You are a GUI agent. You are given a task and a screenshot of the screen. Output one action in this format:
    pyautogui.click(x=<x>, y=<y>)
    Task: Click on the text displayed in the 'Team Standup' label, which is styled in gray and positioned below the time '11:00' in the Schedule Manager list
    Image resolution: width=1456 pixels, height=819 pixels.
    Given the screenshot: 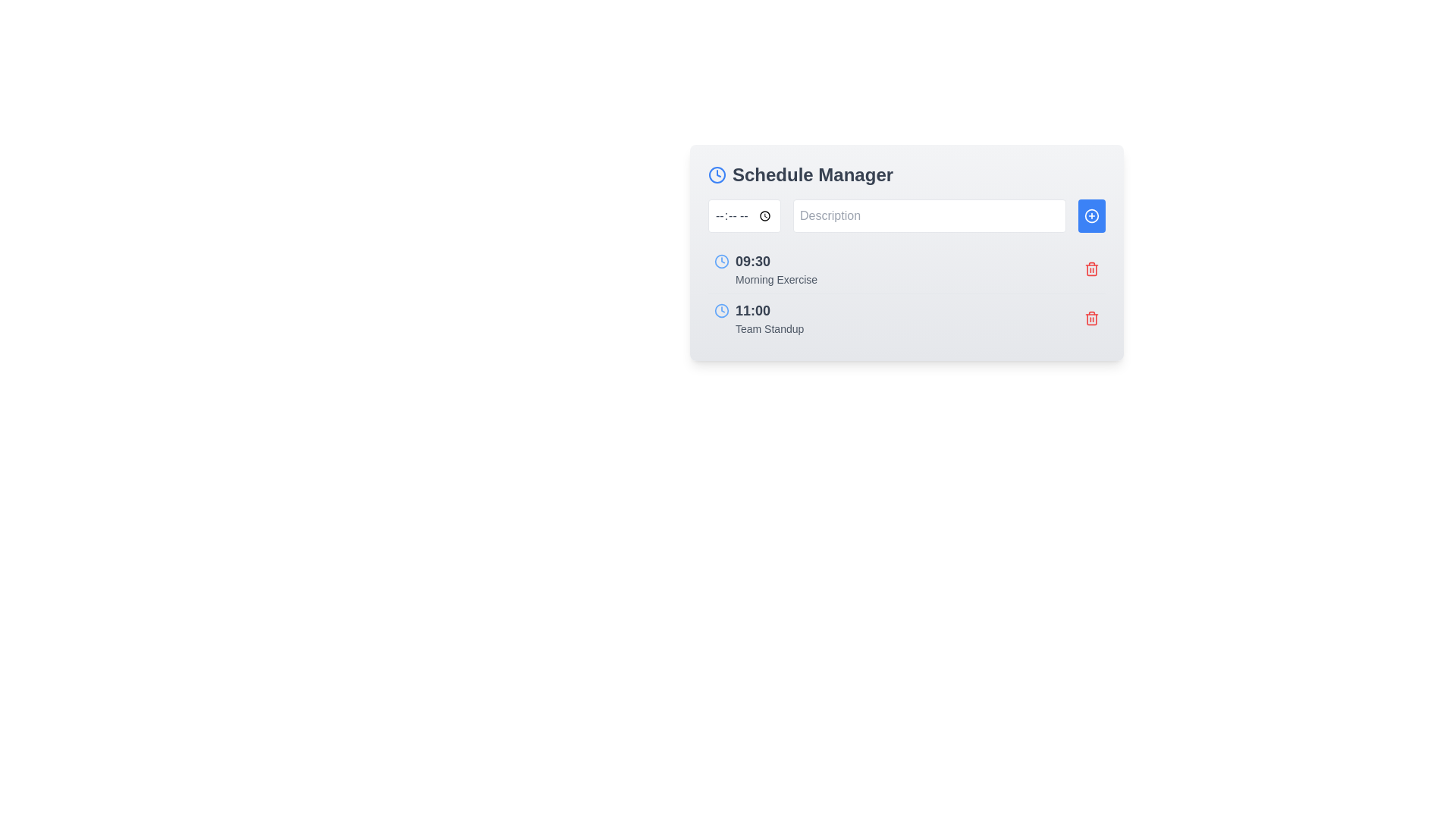 What is the action you would take?
    pyautogui.click(x=759, y=328)
    